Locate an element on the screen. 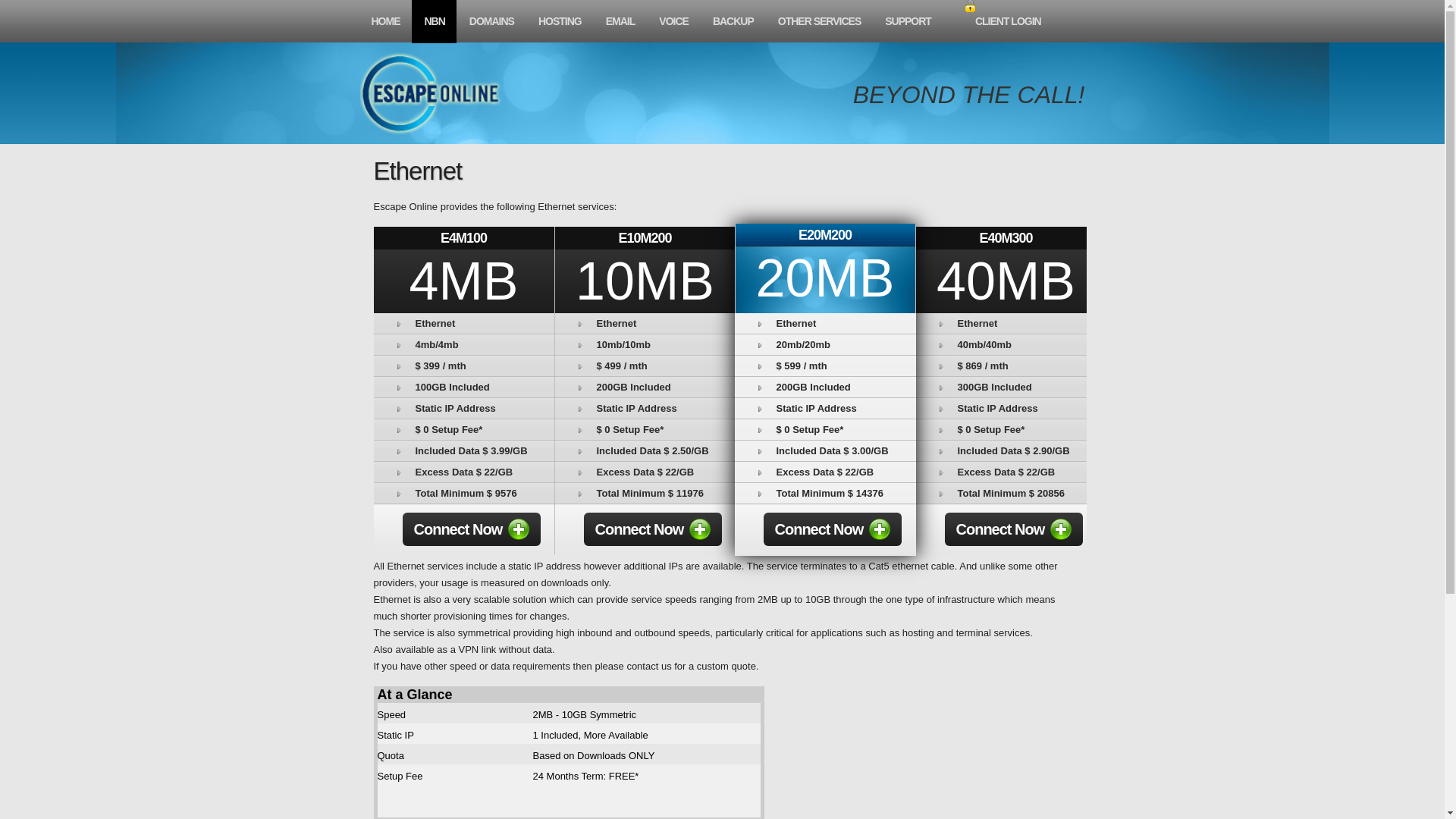 The image size is (1456, 819). '200GB Included' is located at coordinates (824, 385).